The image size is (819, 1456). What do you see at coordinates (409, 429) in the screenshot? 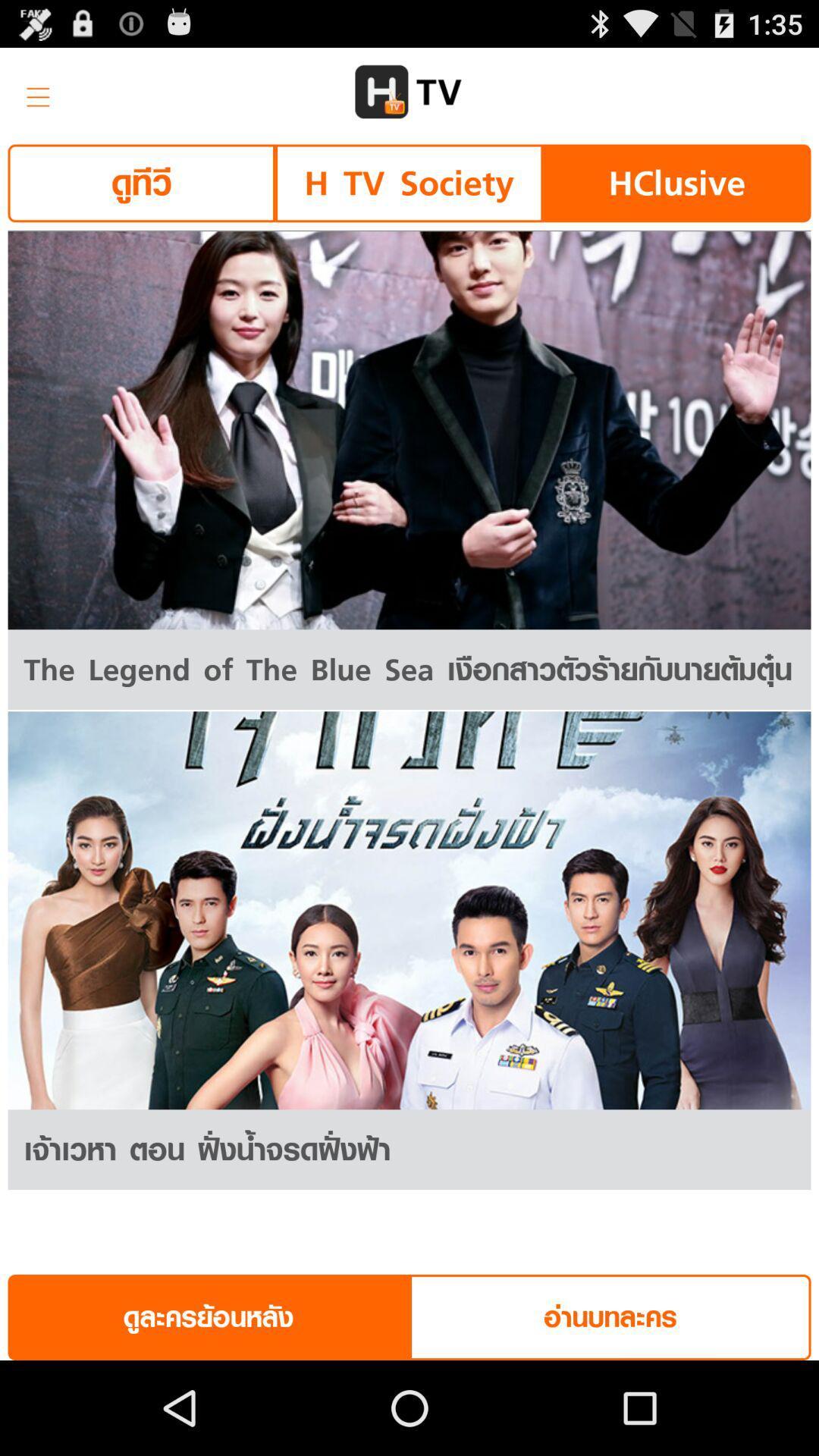
I see `the first image below the h tv society` at bounding box center [409, 429].